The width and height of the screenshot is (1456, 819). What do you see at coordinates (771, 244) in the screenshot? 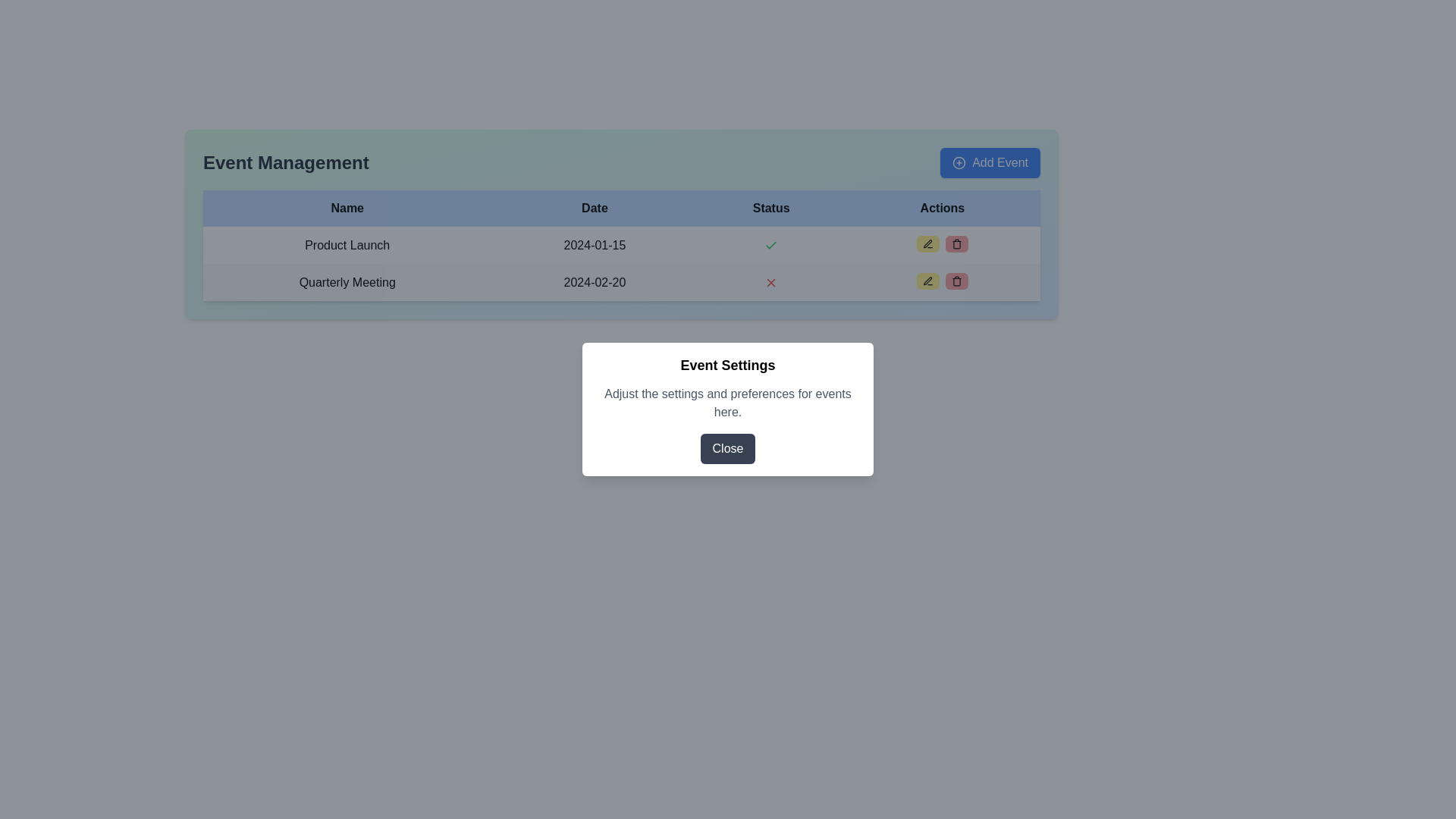
I see `the positive status icon located in the Event Management table under the 'Status' column for the first row, which corresponds to 'Product Launch'` at bounding box center [771, 244].